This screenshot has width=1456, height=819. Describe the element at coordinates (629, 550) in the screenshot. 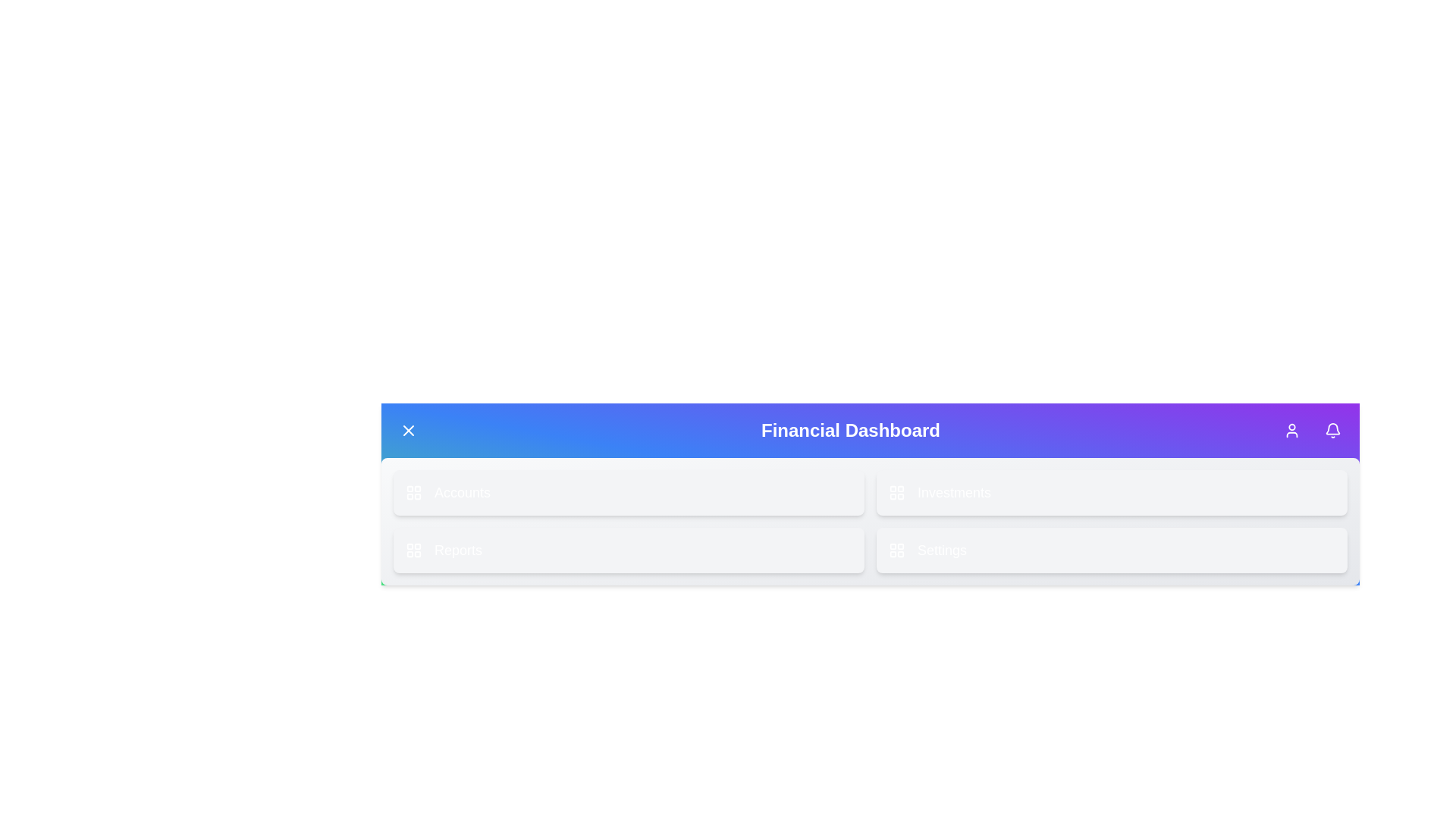

I see `the 'Reports' button to navigate to the Reports section` at that location.